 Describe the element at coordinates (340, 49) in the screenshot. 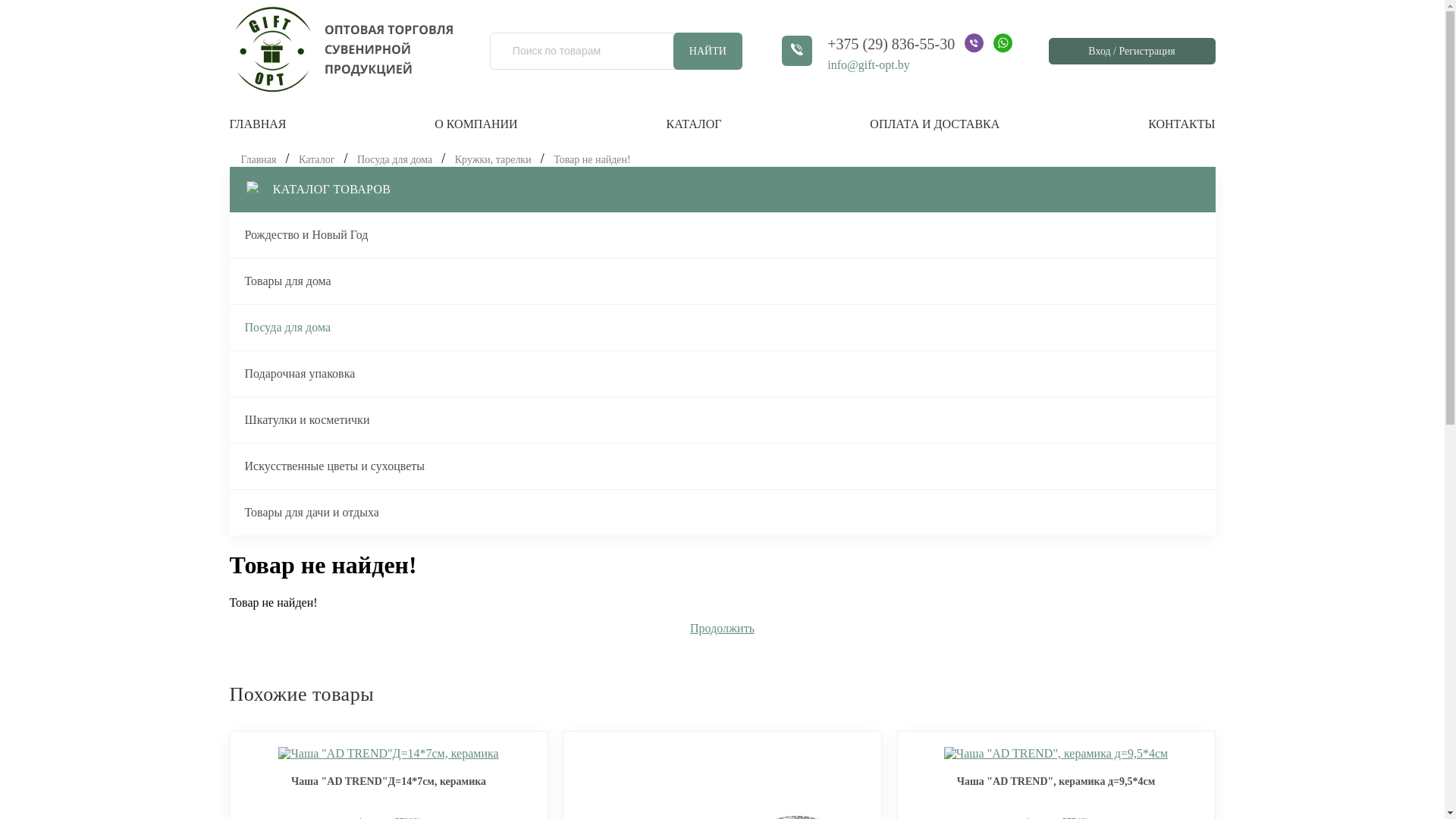

I see `'gift-opt.by'` at that location.